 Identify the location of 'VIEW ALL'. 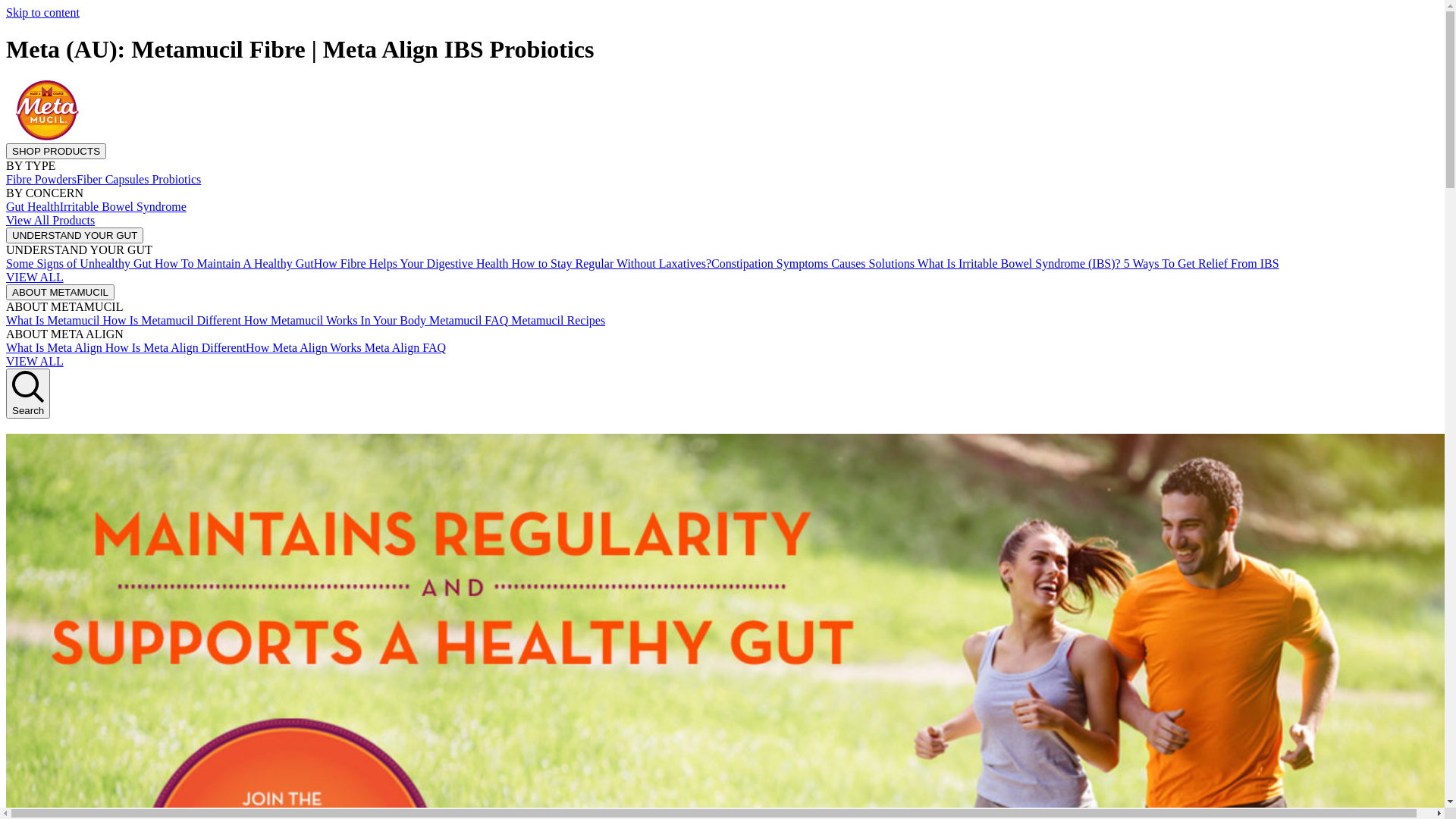
(35, 361).